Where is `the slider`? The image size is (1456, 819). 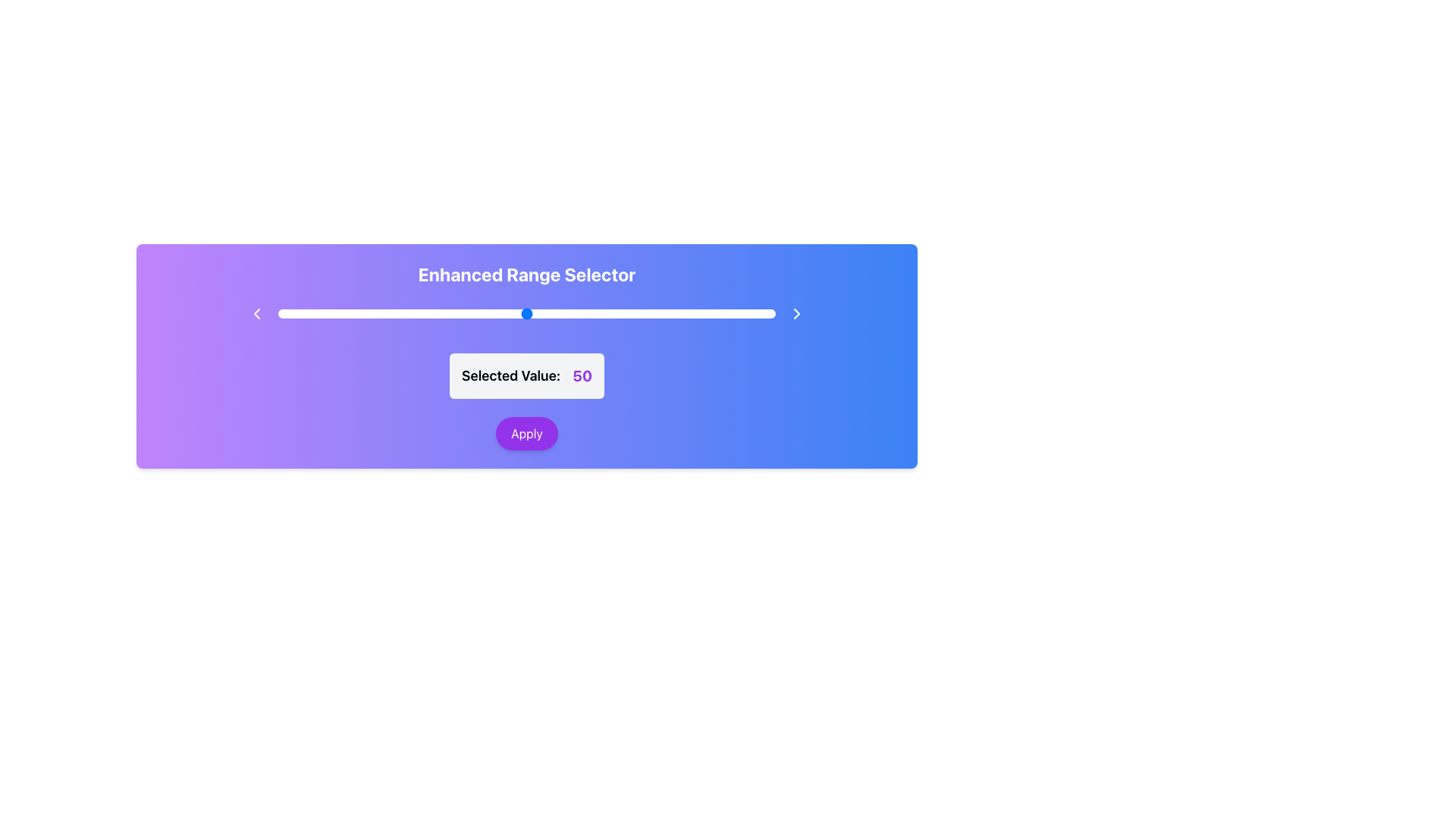 the slider is located at coordinates (466, 312).